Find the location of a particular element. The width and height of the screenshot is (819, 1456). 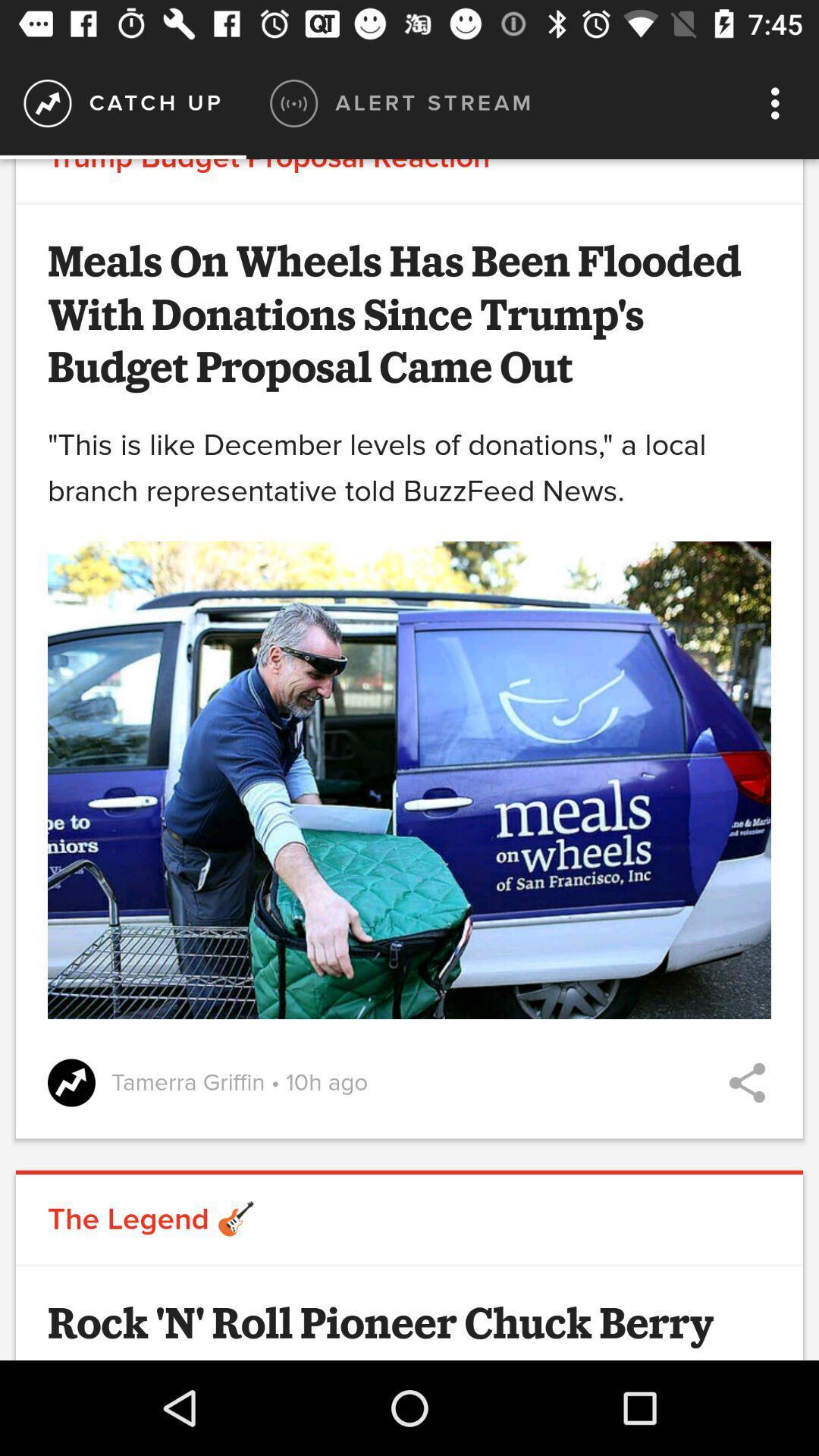

meals provided plenty with trump 's proposal is located at coordinates (746, 1081).